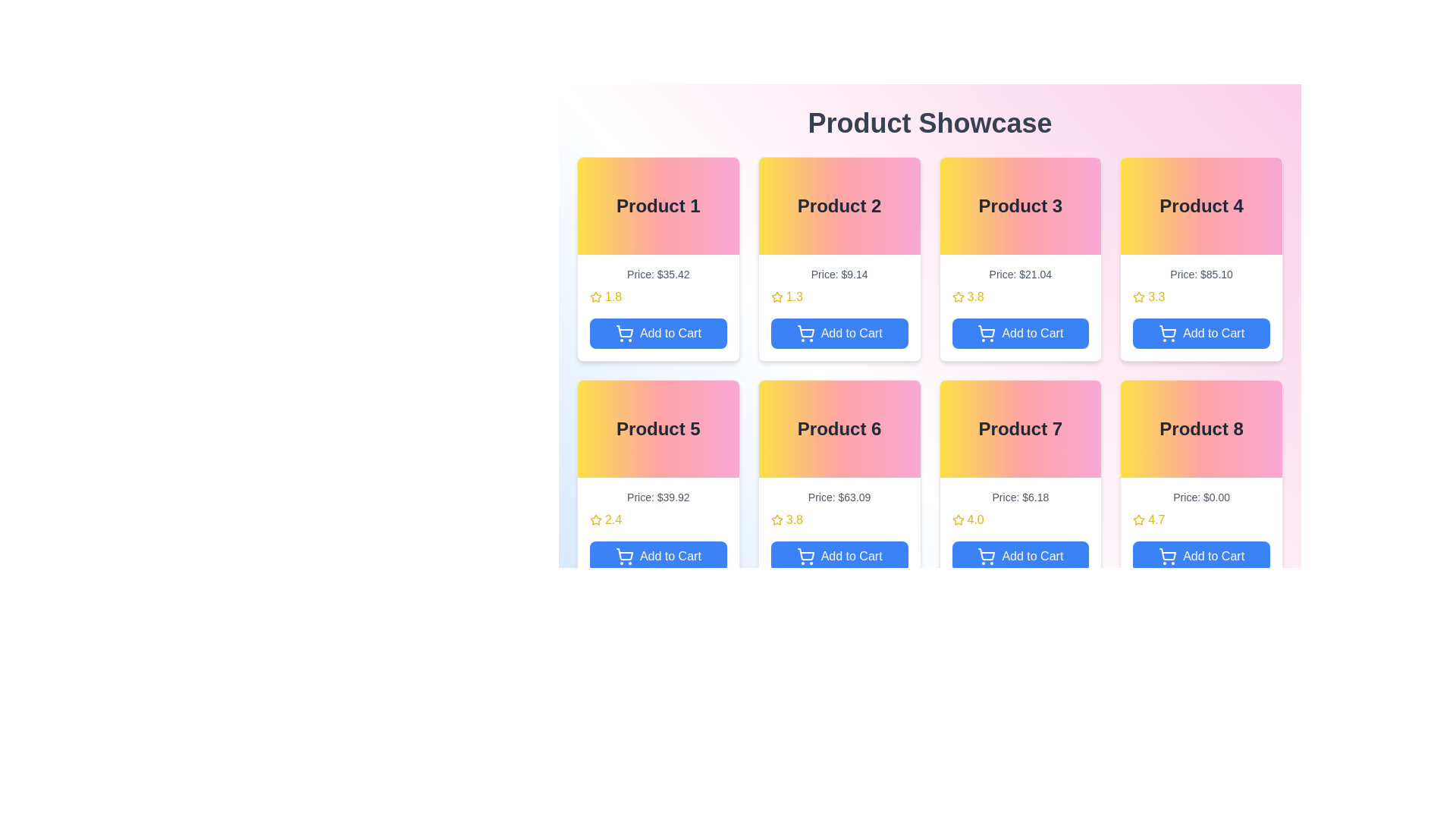 The height and width of the screenshot is (819, 1456). Describe the element at coordinates (658, 206) in the screenshot. I see `the label that serves as the title for the first product in the 'Product Showcase' section, located within the top-left card of the grid layout` at that location.